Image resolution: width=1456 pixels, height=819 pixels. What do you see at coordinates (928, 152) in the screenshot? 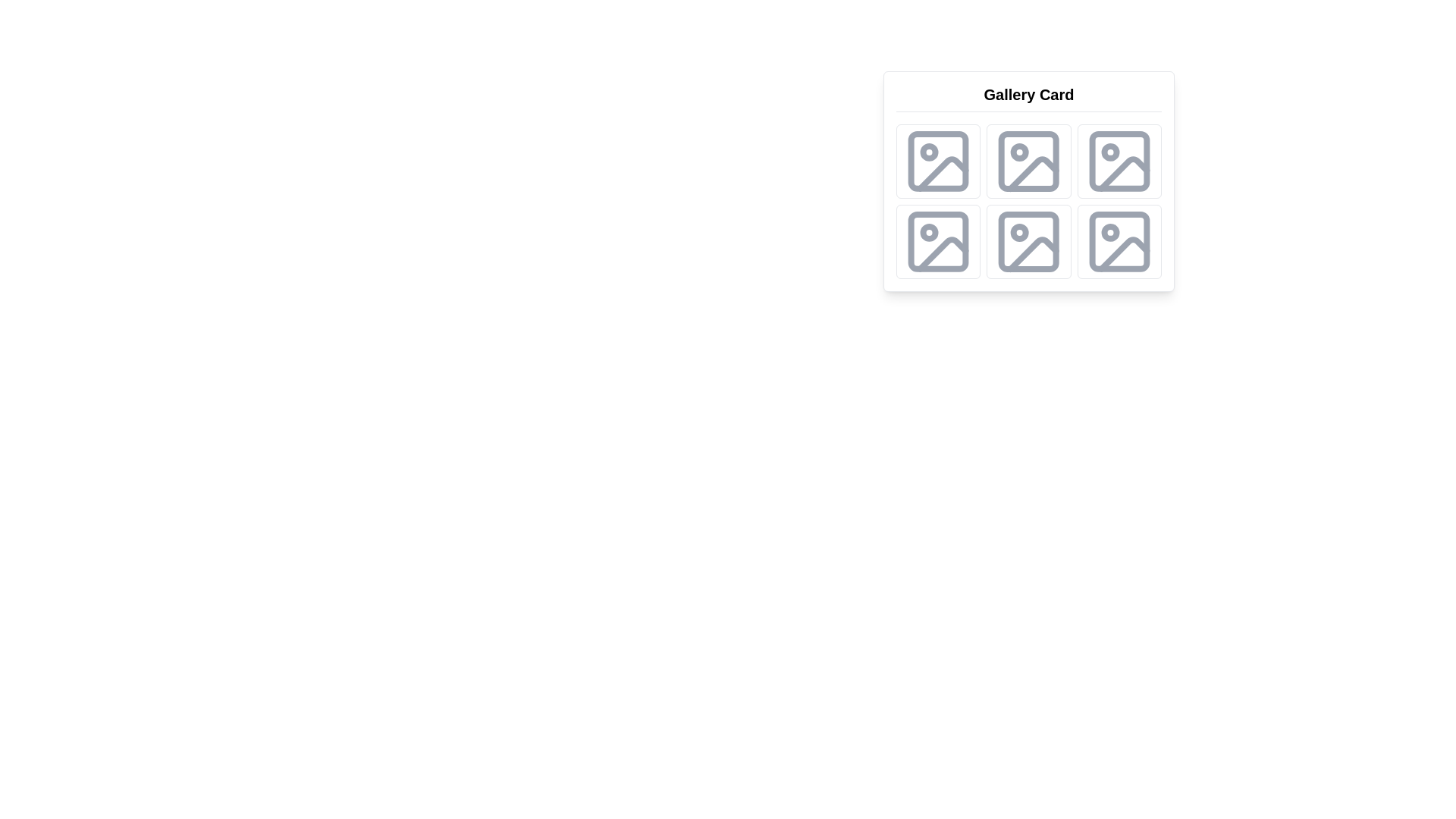
I see `the circle shape SVG graphical component located in the top-left corner of the first icon in the Gallery Card` at bounding box center [928, 152].